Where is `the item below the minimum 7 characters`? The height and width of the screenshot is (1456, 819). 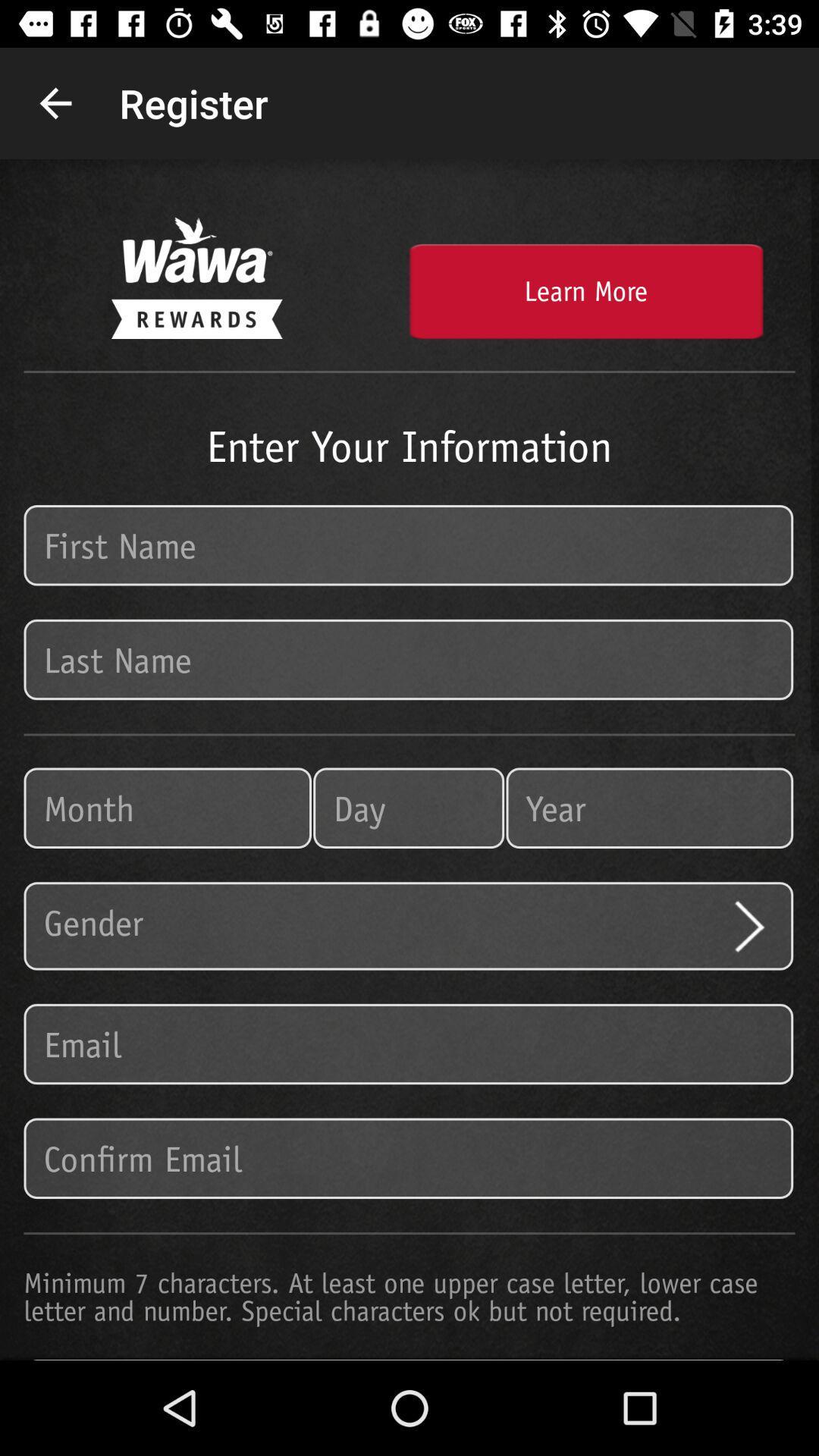
the item below the minimum 7 characters is located at coordinates (409, 1360).